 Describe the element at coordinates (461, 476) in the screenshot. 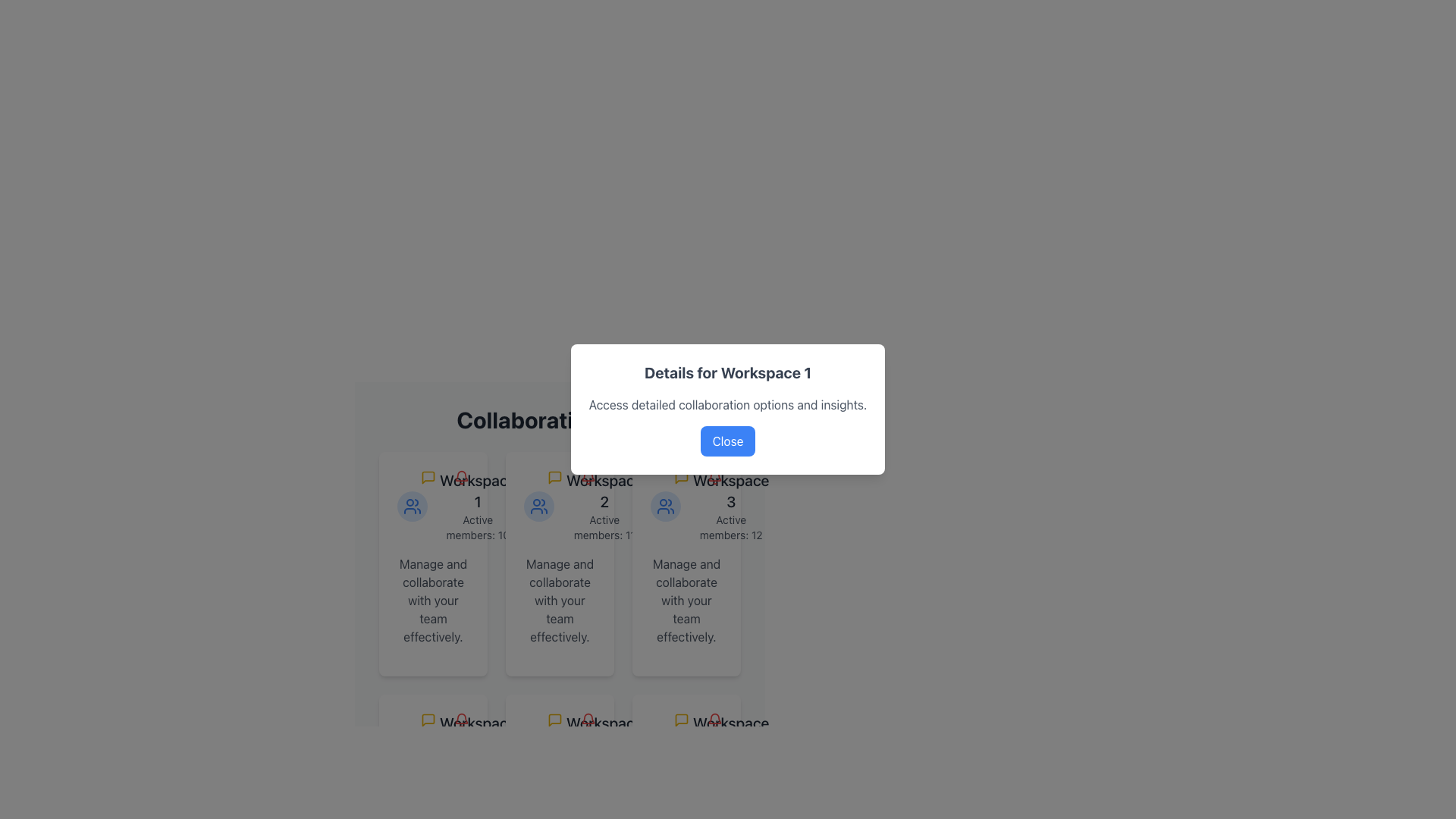

I see `the notification bell icon located at the top-right corner of the 'Workspace 1' card, which is styled with clean and modern lines and has a circular base` at that location.